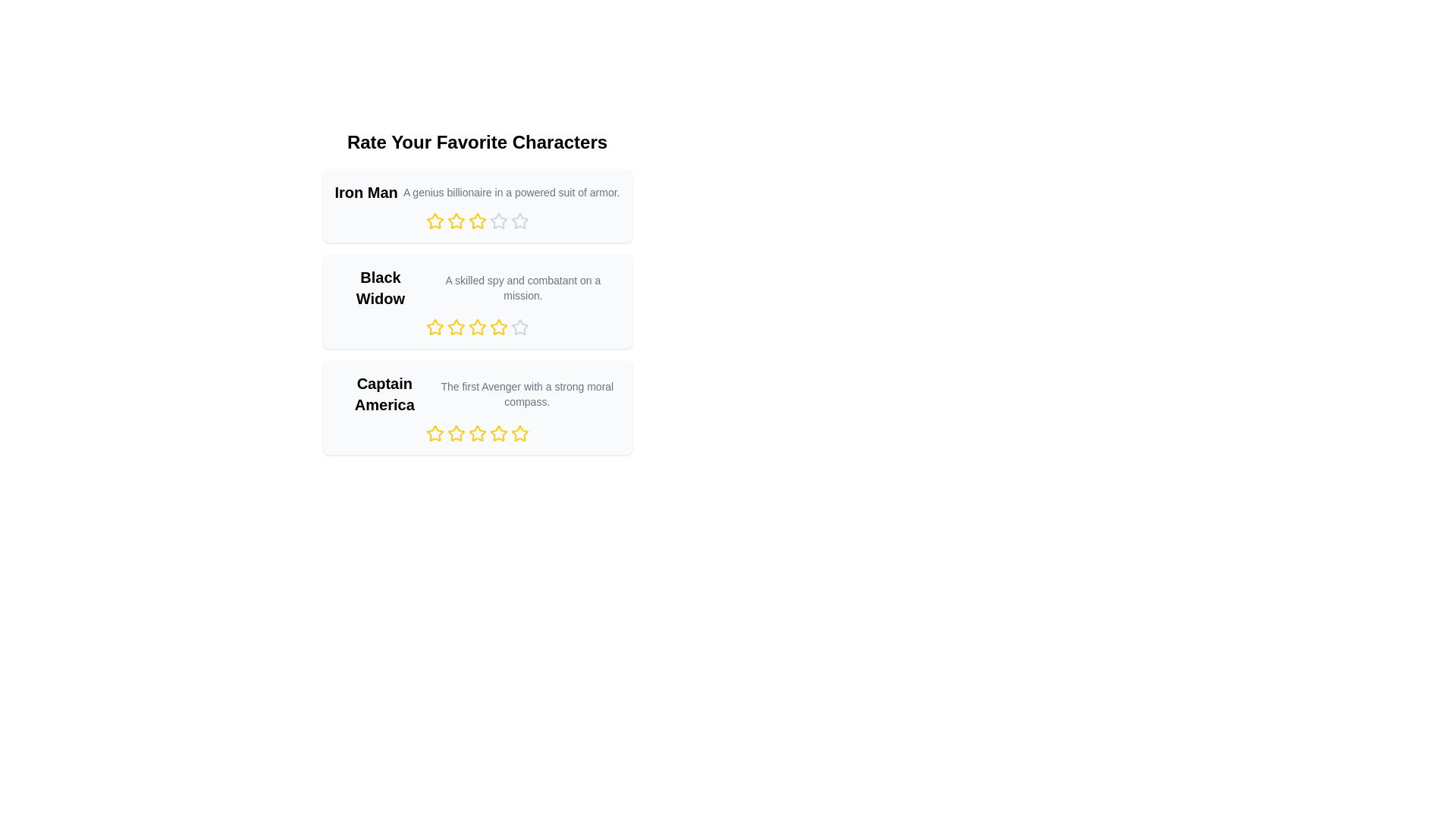  I want to click on the third star in the rating component under the 'Captain America' list item, so click(476, 433).